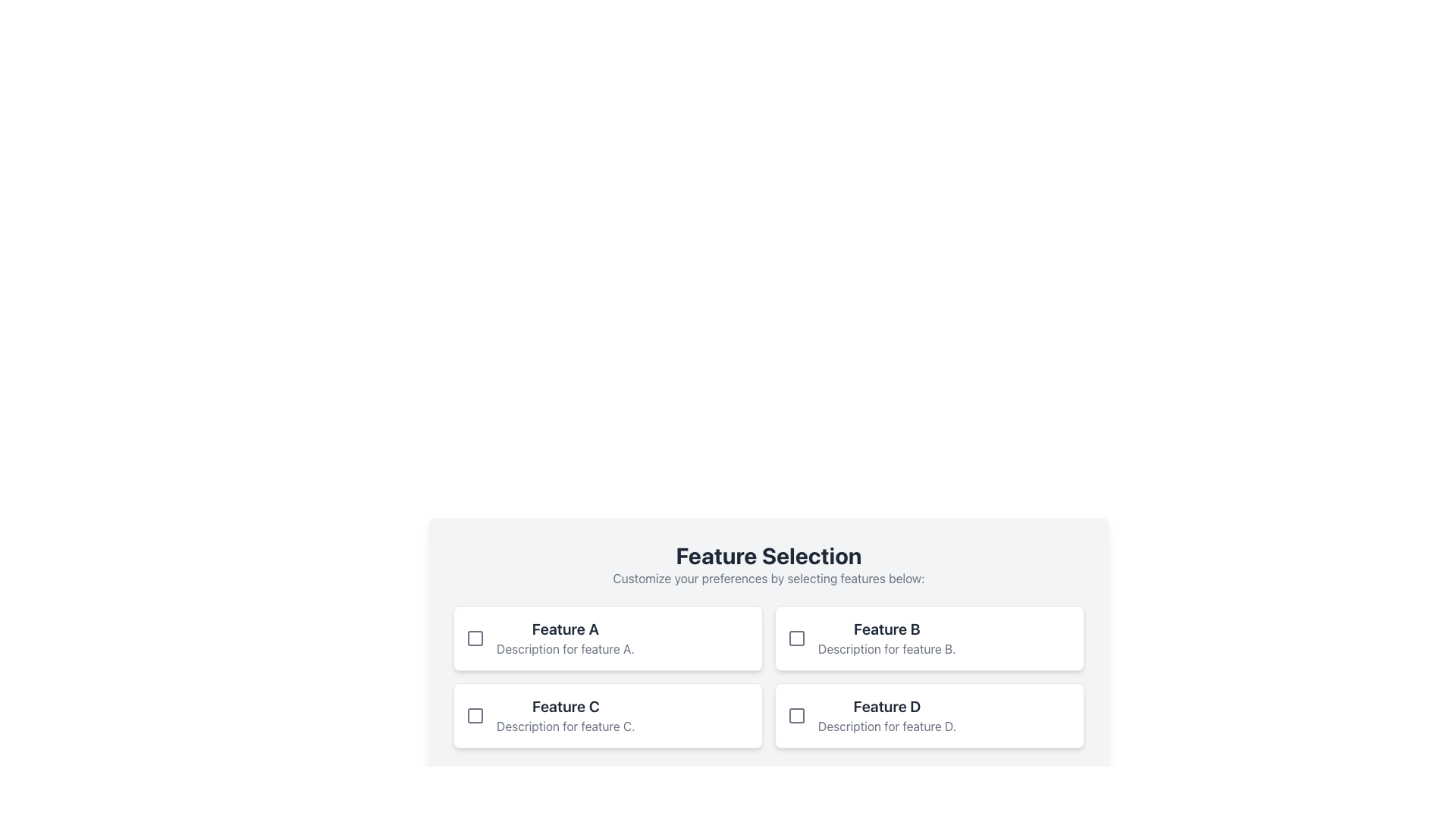 The height and width of the screenshot is (819, 1456). Describe the element at coordinates (886, 638) in the screenshot. I see `the 'Feature B' option in the top row of selectable features` at that location.